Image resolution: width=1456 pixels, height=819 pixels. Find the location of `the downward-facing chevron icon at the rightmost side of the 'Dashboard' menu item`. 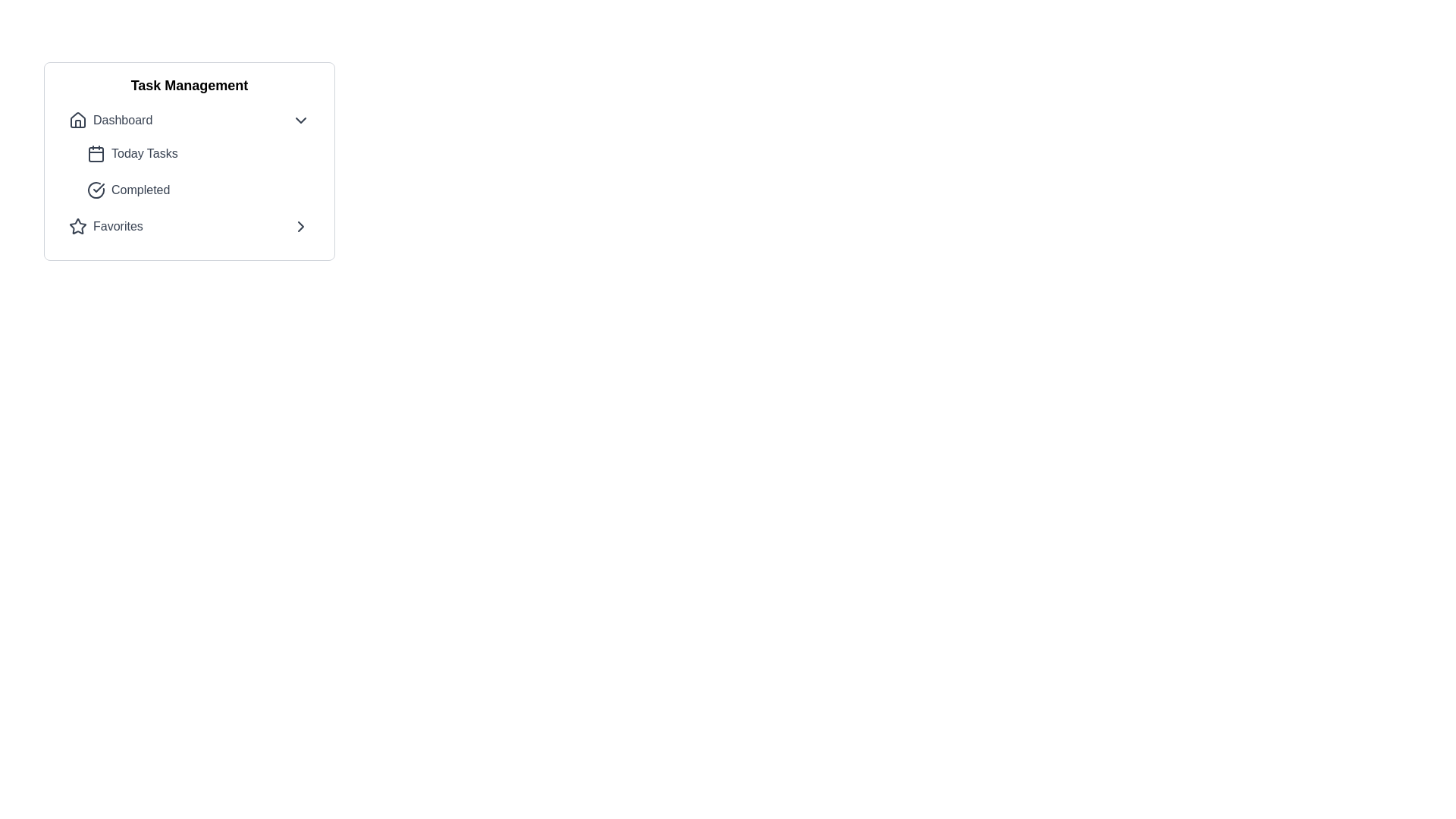

the downward-facing chevron icon at the rightmost side of the 'Dashboard' menu item is located at coordinates (301, 119).